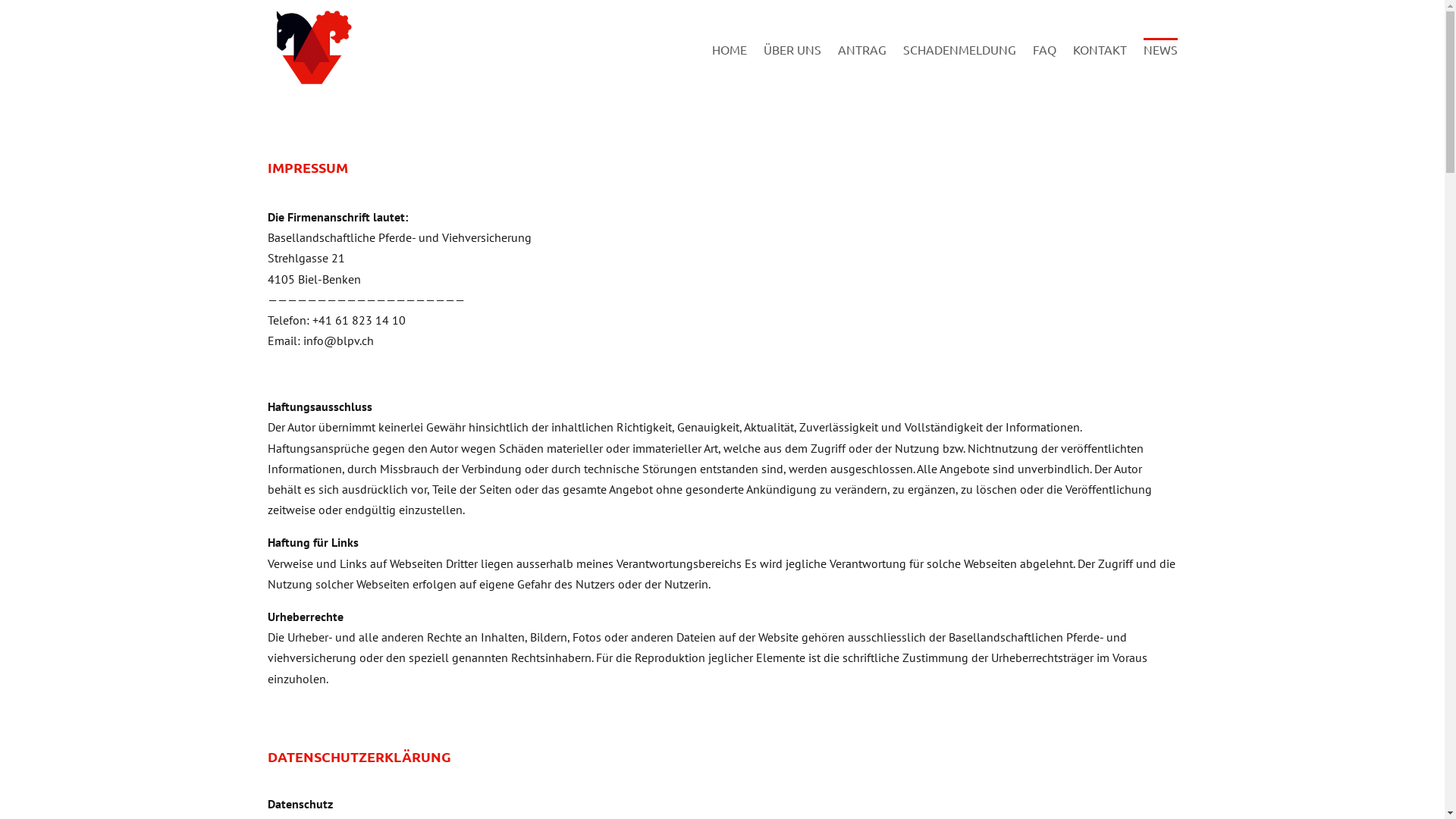  I want to click on 'SCHADENMELDUNG', so click(902, 67).